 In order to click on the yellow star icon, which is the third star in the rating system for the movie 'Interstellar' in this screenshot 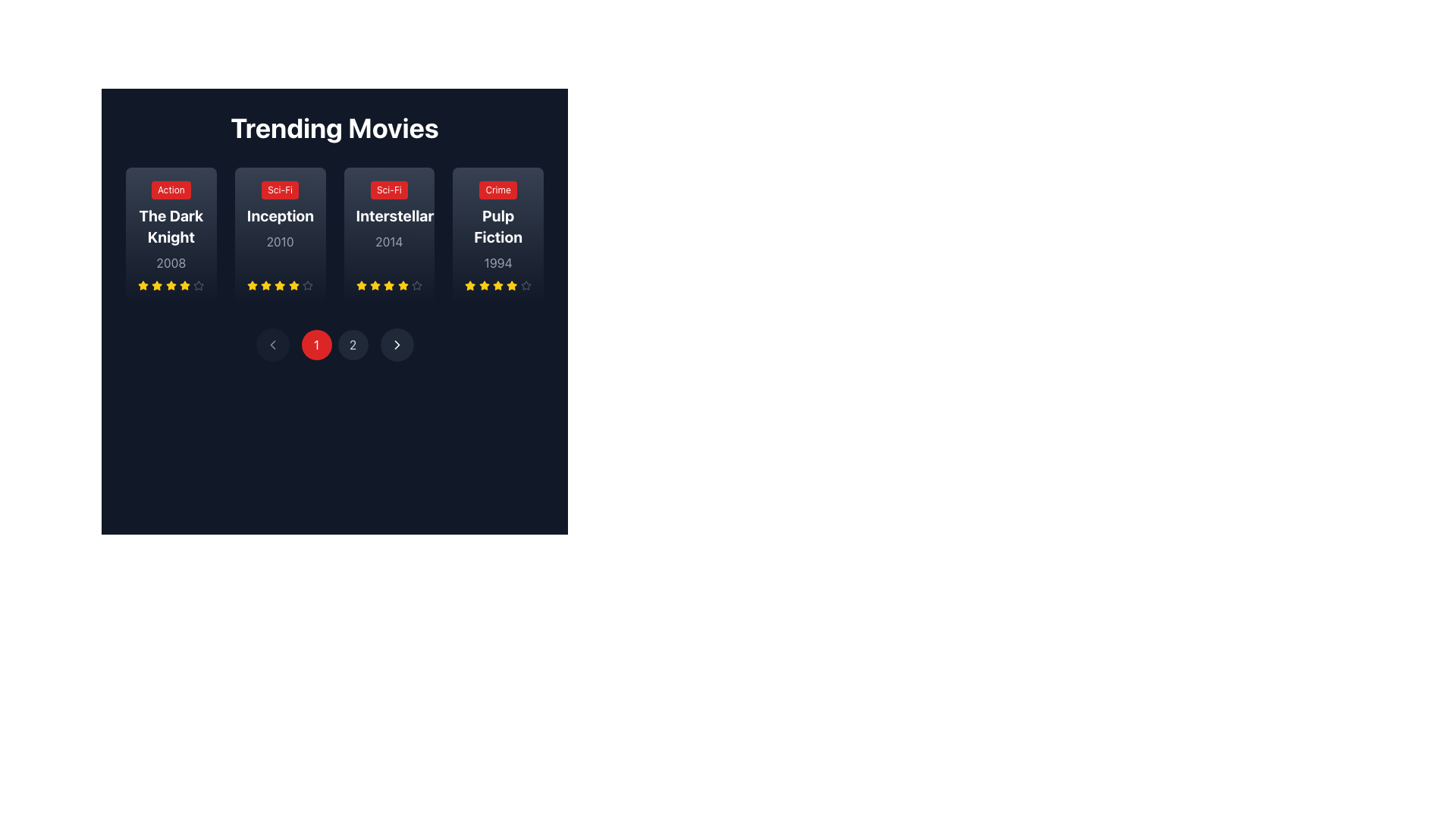, I will do `click(360, 285)`.